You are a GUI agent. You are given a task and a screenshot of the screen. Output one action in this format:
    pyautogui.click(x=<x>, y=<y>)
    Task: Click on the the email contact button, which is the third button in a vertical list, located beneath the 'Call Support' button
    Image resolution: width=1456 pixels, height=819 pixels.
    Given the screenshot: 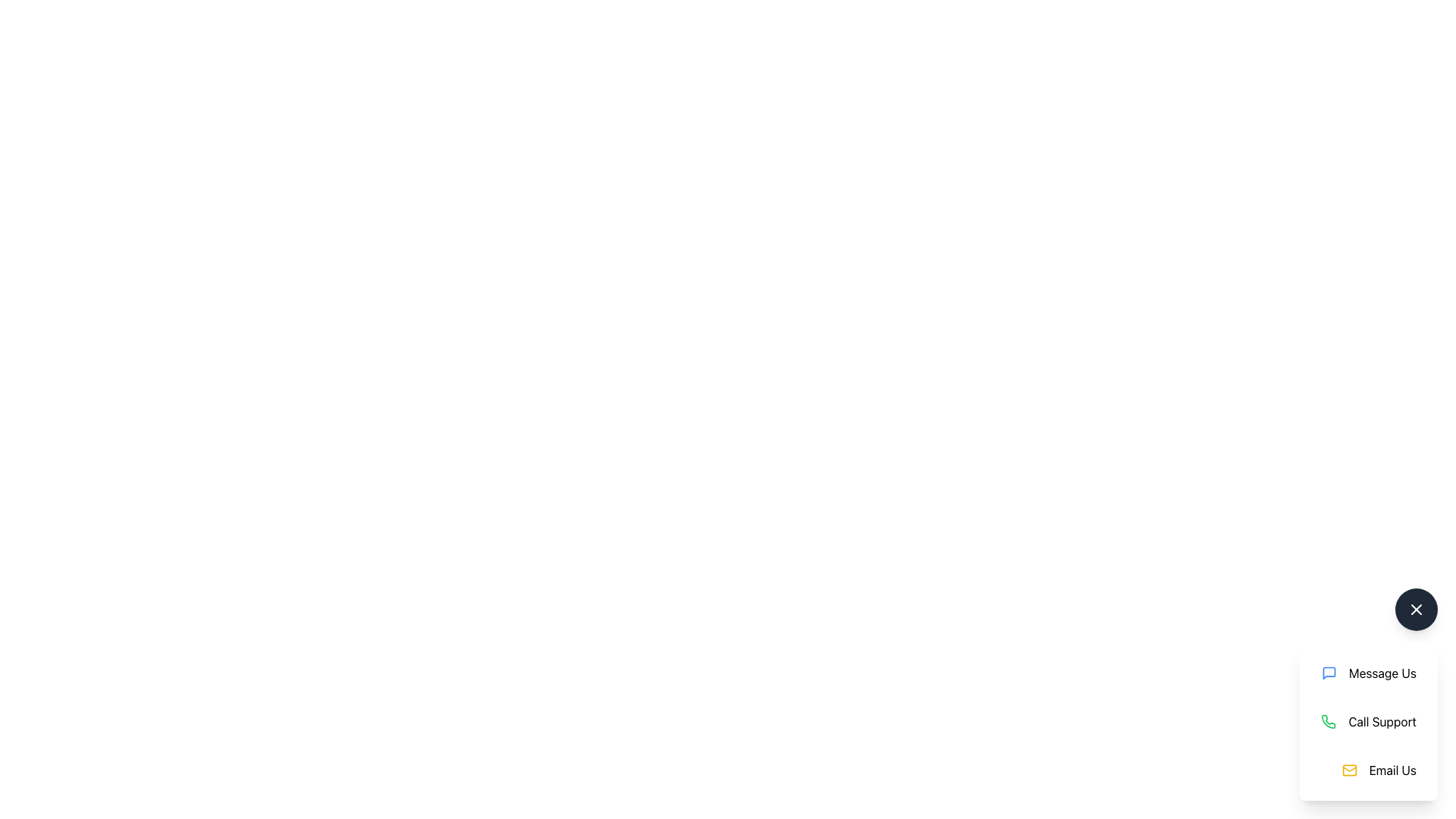 What is the action you would take?
    pyautogui.click(x=1379, y=770)
    